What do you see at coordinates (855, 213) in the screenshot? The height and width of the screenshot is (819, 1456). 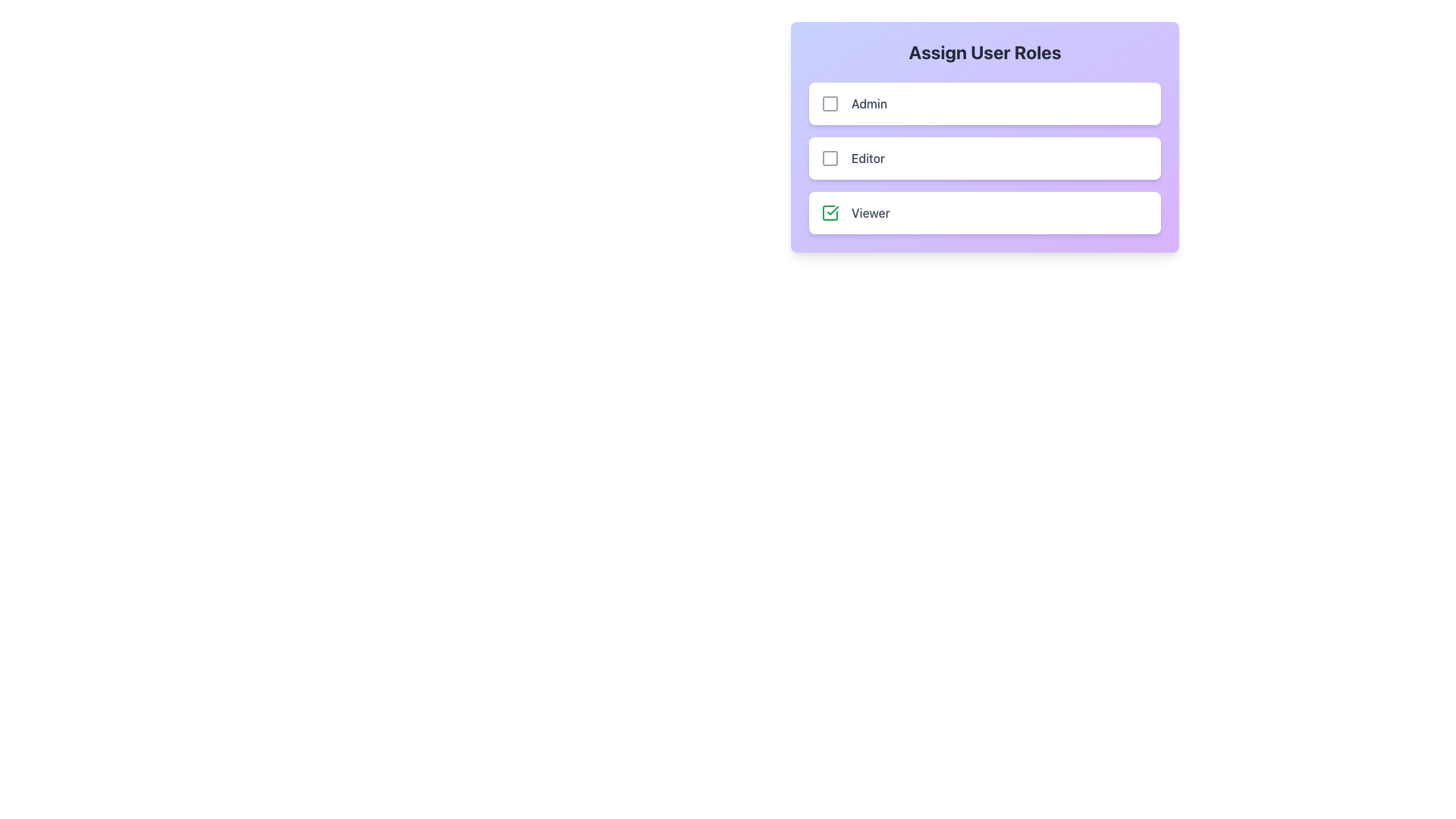 I see `the checkbox labeled 'Viewer' in the 'Assign User Roles' card` at bounding box center [855, 213].